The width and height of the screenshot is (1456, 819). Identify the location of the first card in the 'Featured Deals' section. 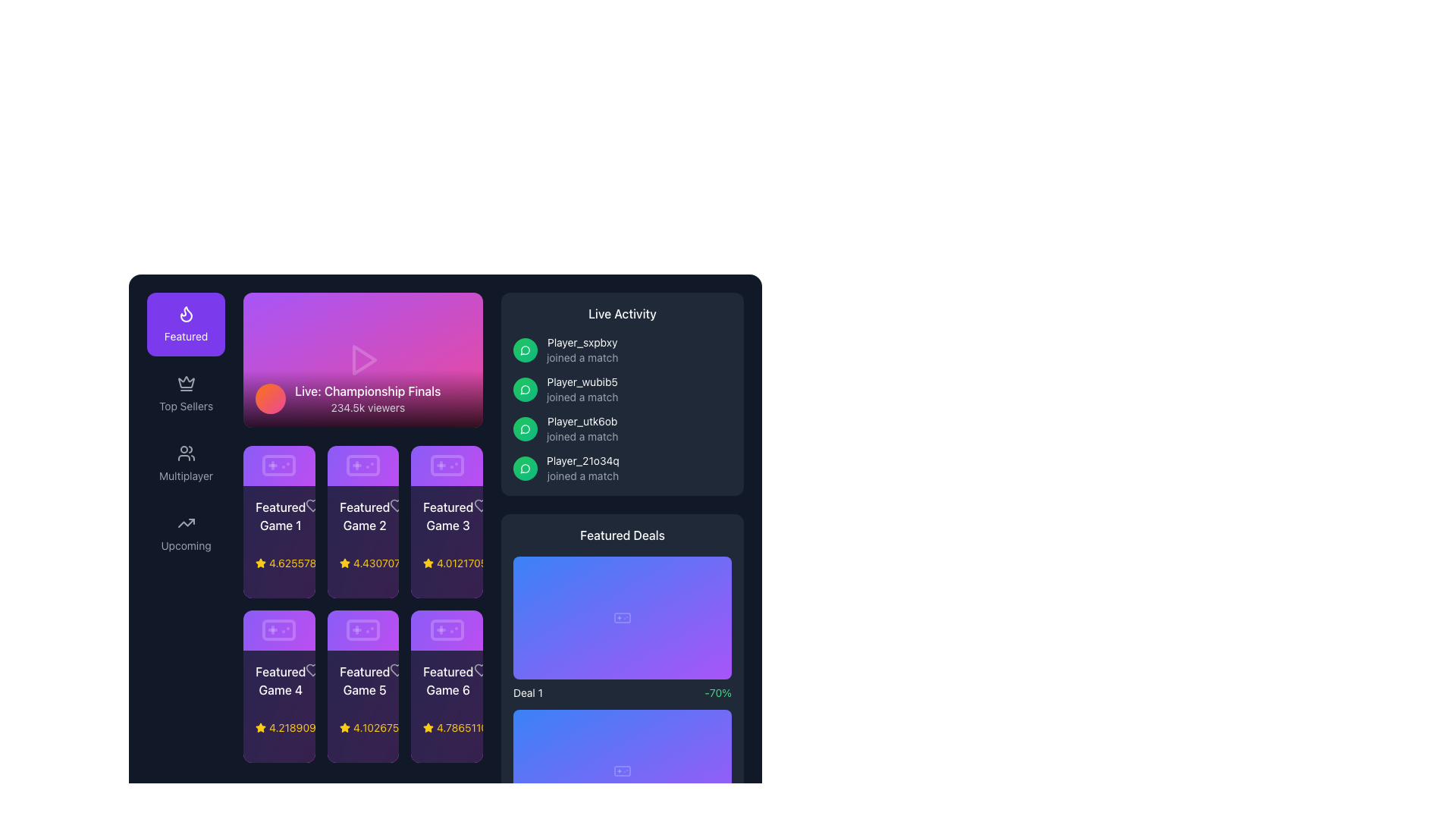
(622, 617).